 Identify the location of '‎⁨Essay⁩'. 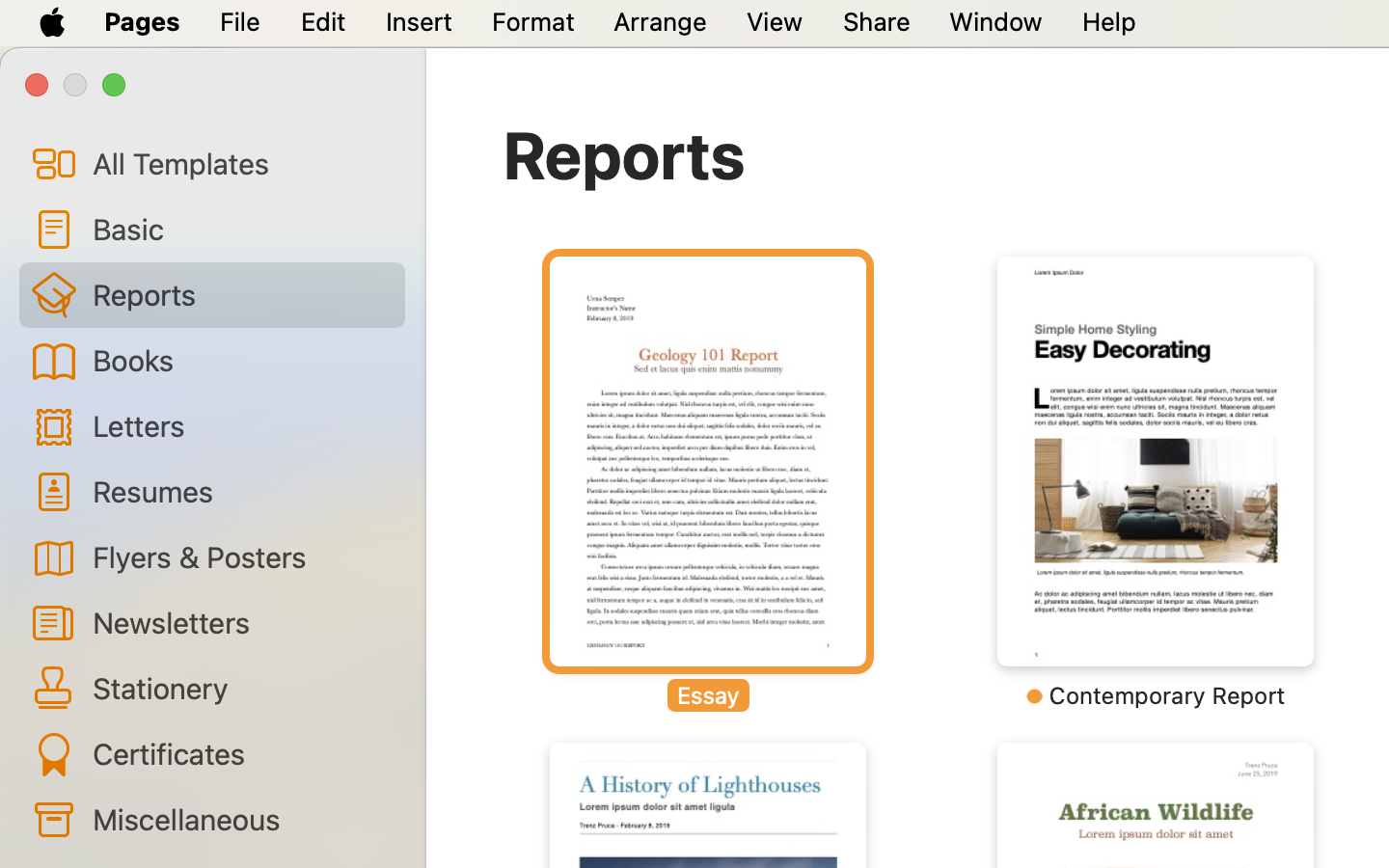
(706, 482).